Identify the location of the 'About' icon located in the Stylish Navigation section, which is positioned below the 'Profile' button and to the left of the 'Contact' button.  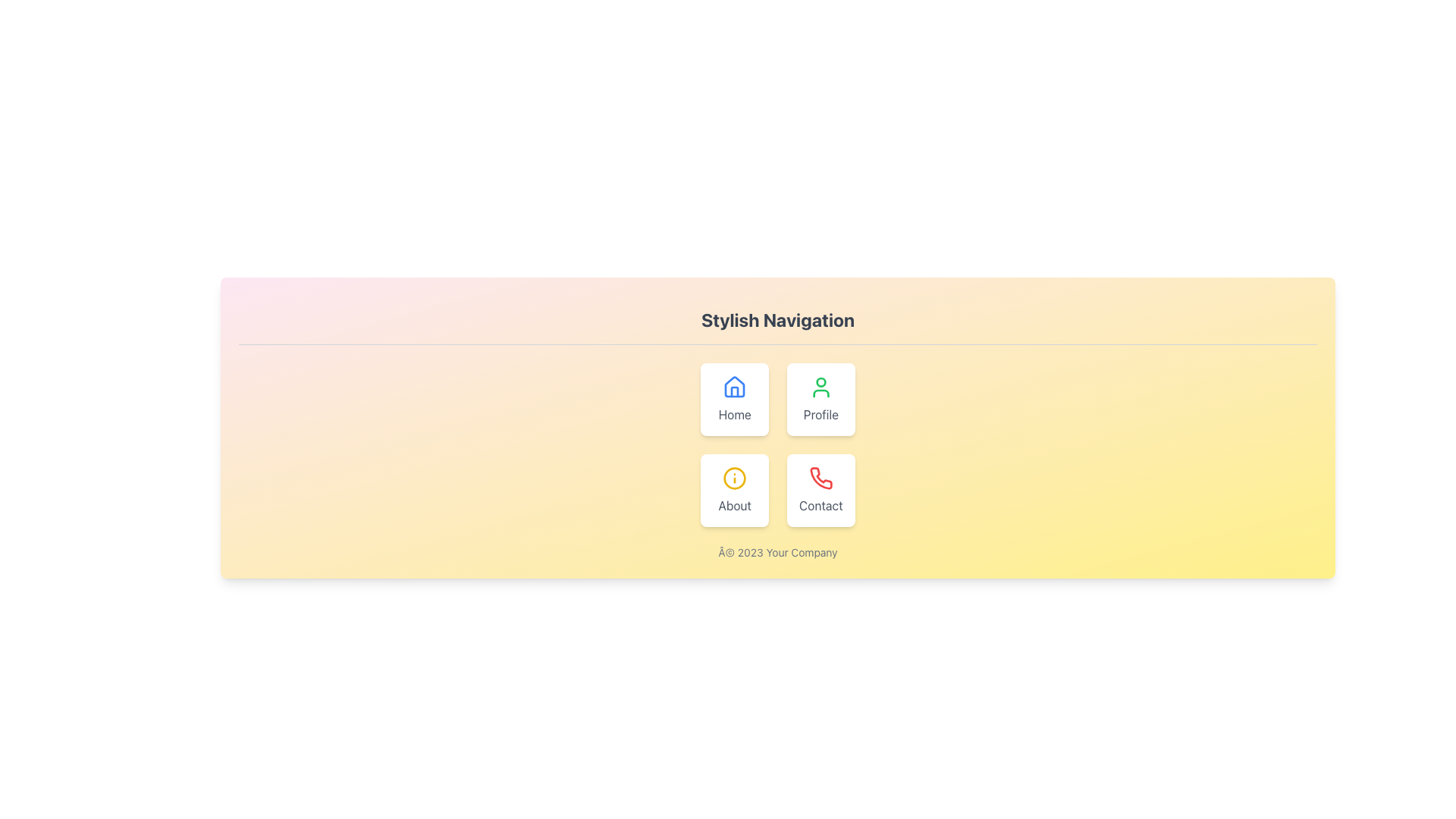
(735, 479).